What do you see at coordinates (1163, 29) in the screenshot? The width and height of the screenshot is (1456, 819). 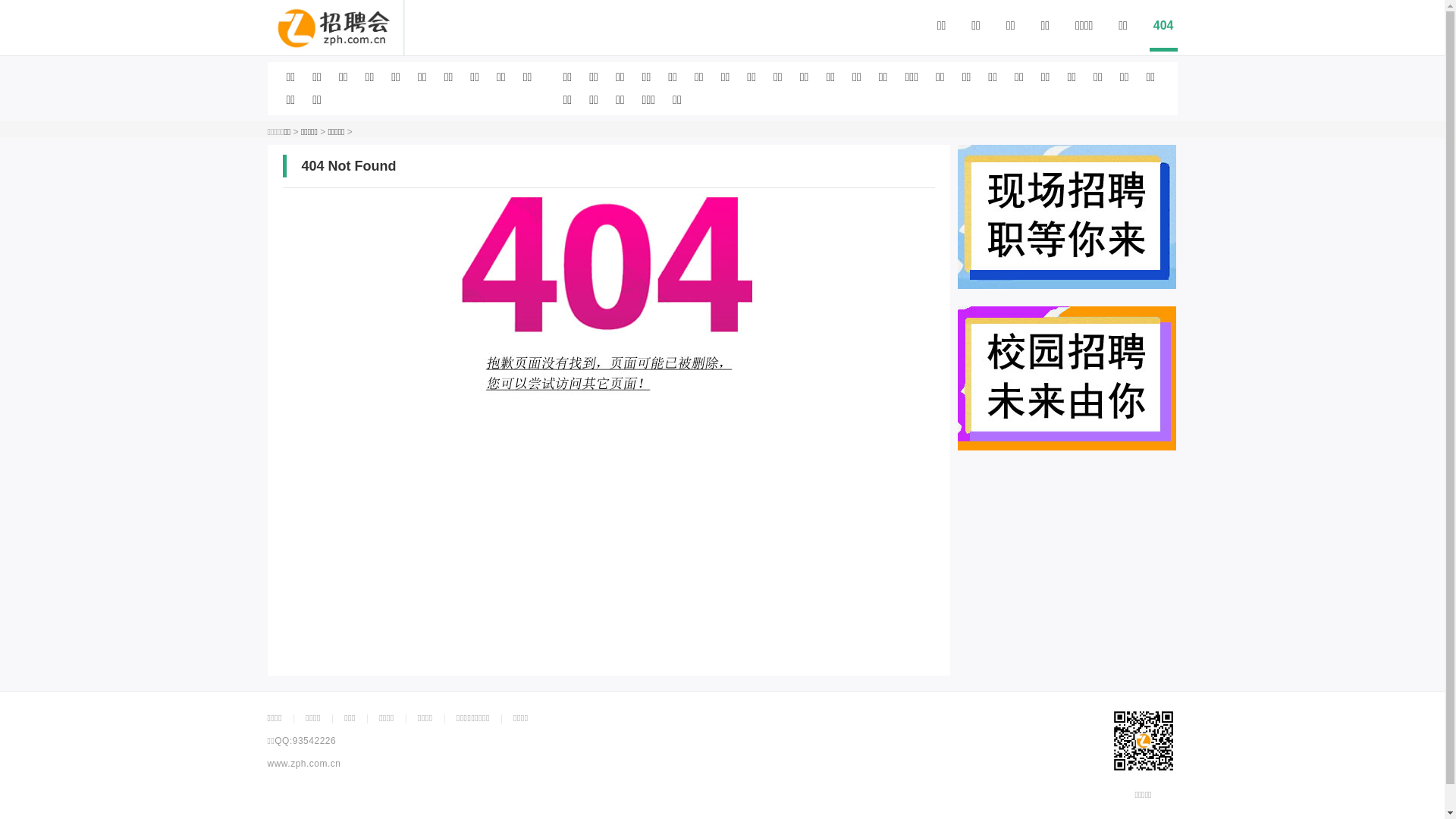 I see `'404'` at bounding box center [1163, 29].